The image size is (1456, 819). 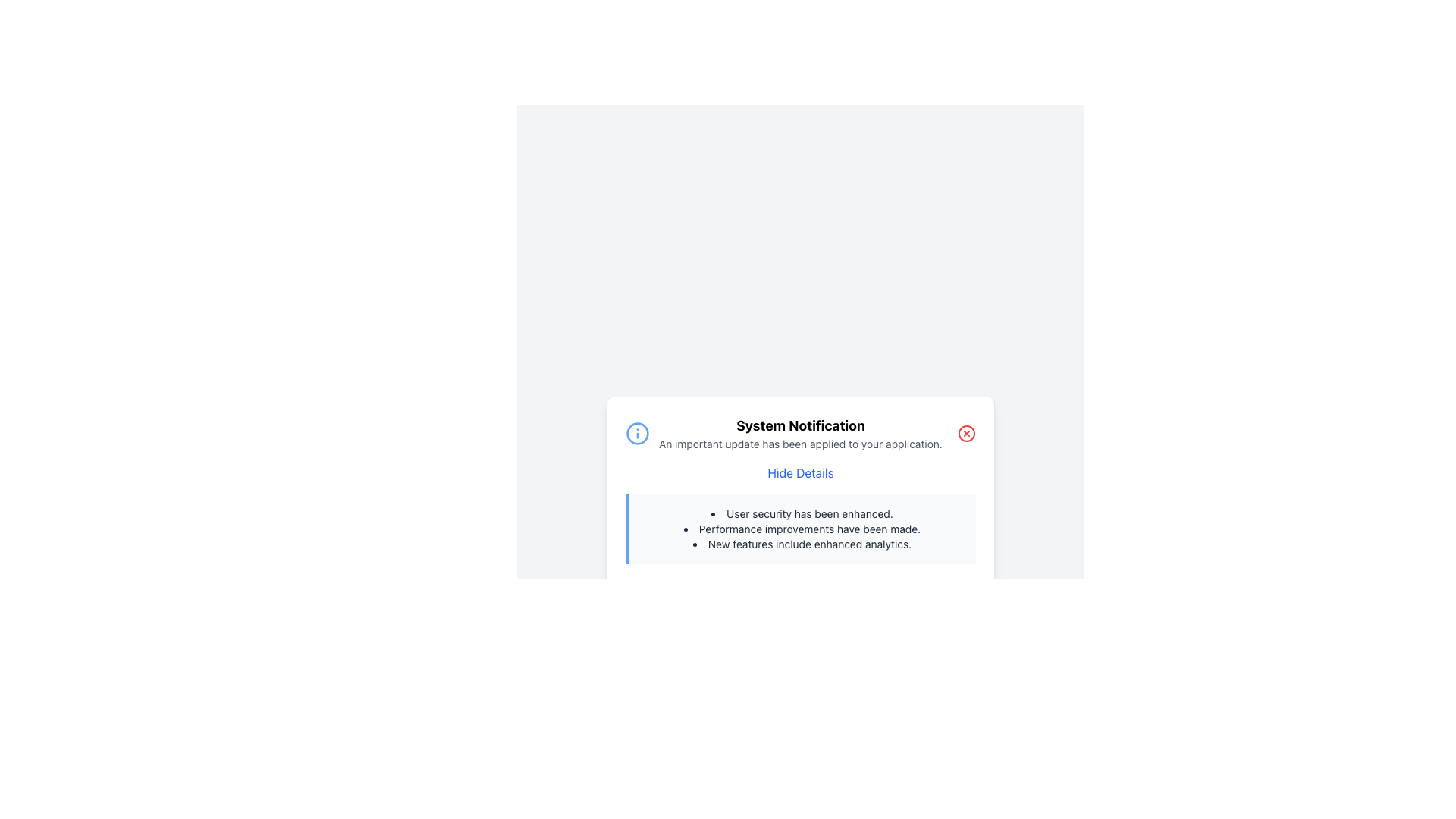 What do you see at coordinates (966, 433) in the screenshot?
I see `the close button for the notification` at bounding box center [966, 433].